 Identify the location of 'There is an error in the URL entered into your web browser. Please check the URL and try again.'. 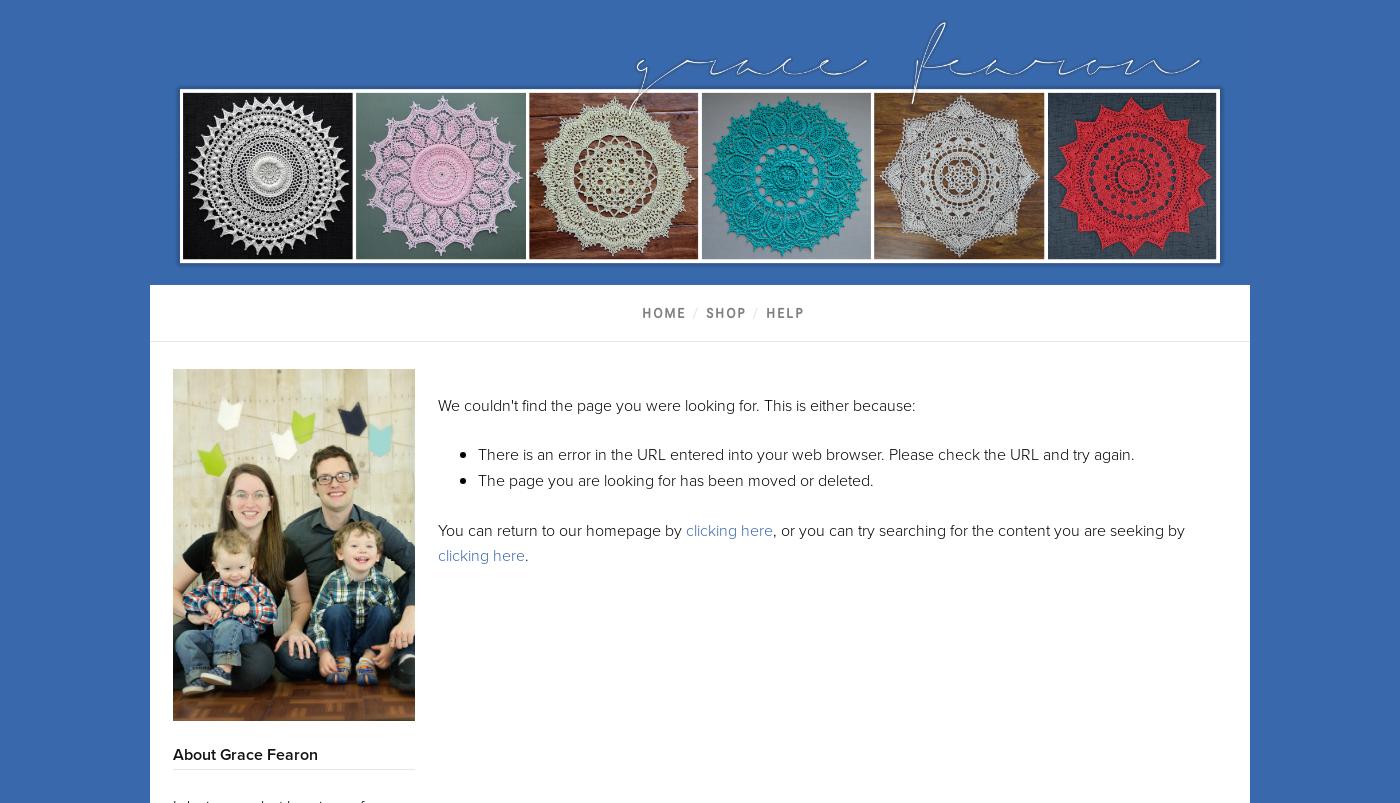
(806, 454).